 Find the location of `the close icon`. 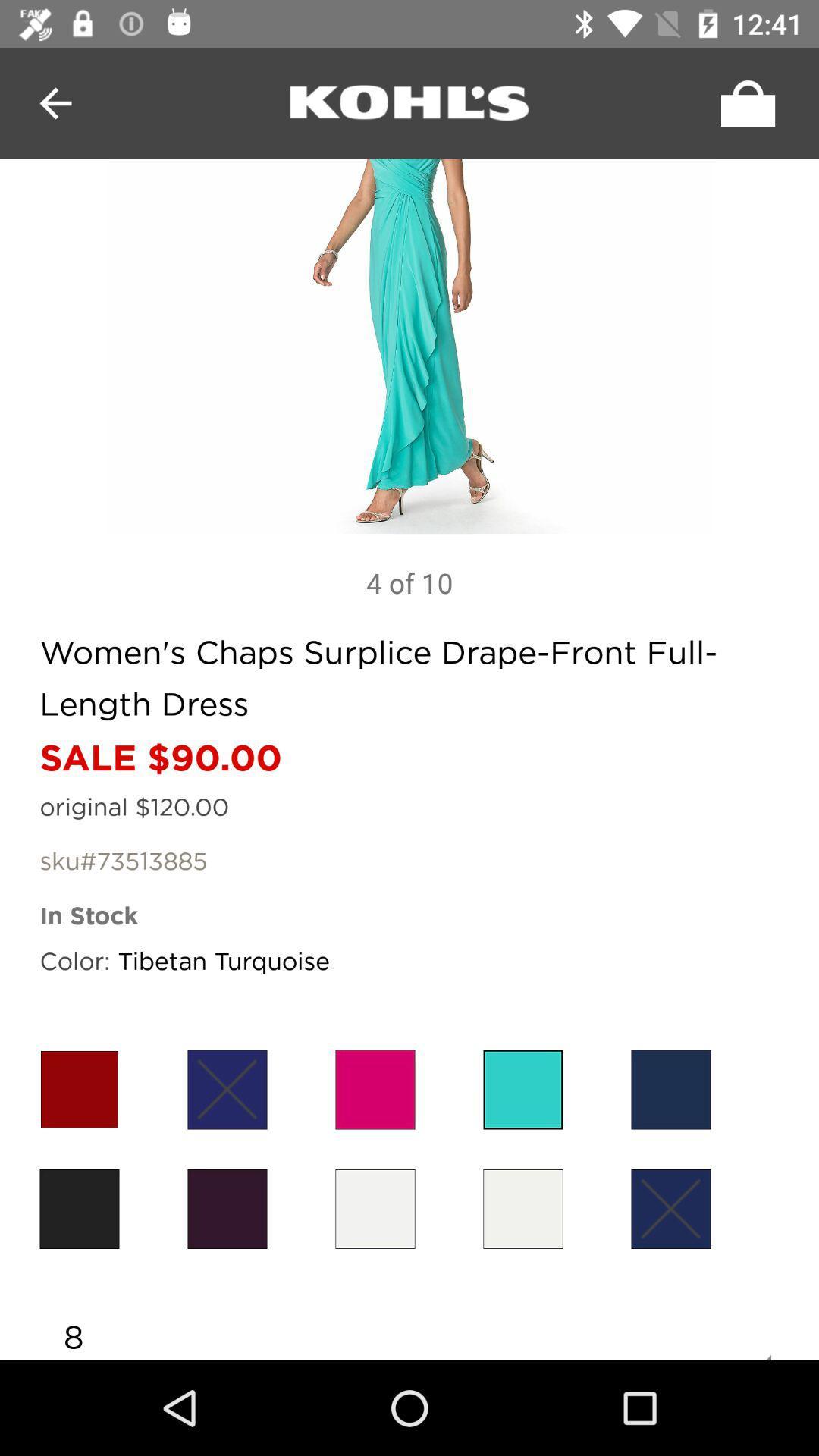

the close icon is located at coordinates (227, 1088).